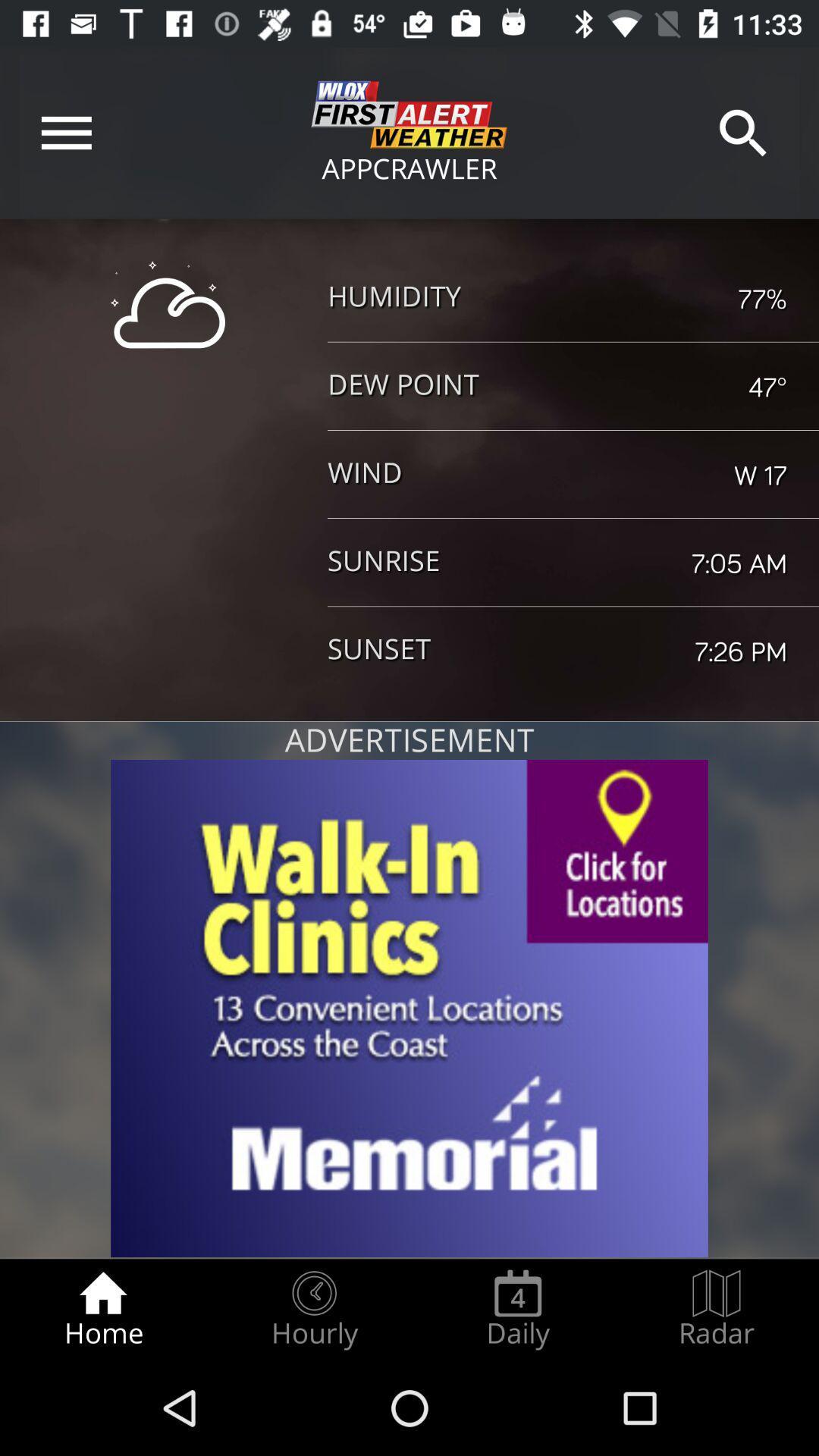 This screenshot has width=819, height=1456. I want to click on radar item, so click(717, 1309).